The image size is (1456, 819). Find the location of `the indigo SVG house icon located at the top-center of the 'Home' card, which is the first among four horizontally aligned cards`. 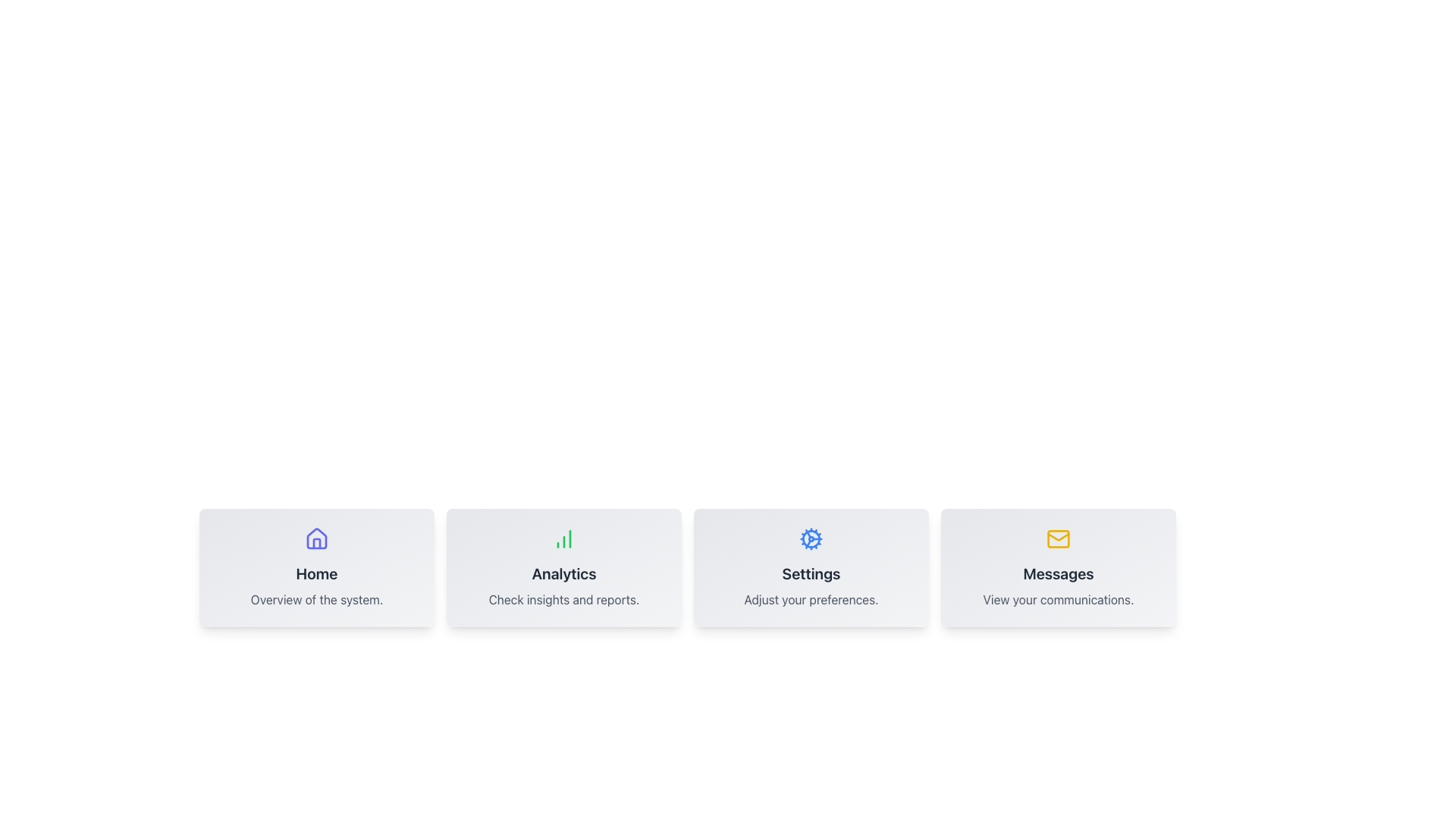

the indigo SVG house icon located at the top-center of the 'Home' card, which is the first among four horizontally aligned cards is located at coordinates (315, 538).